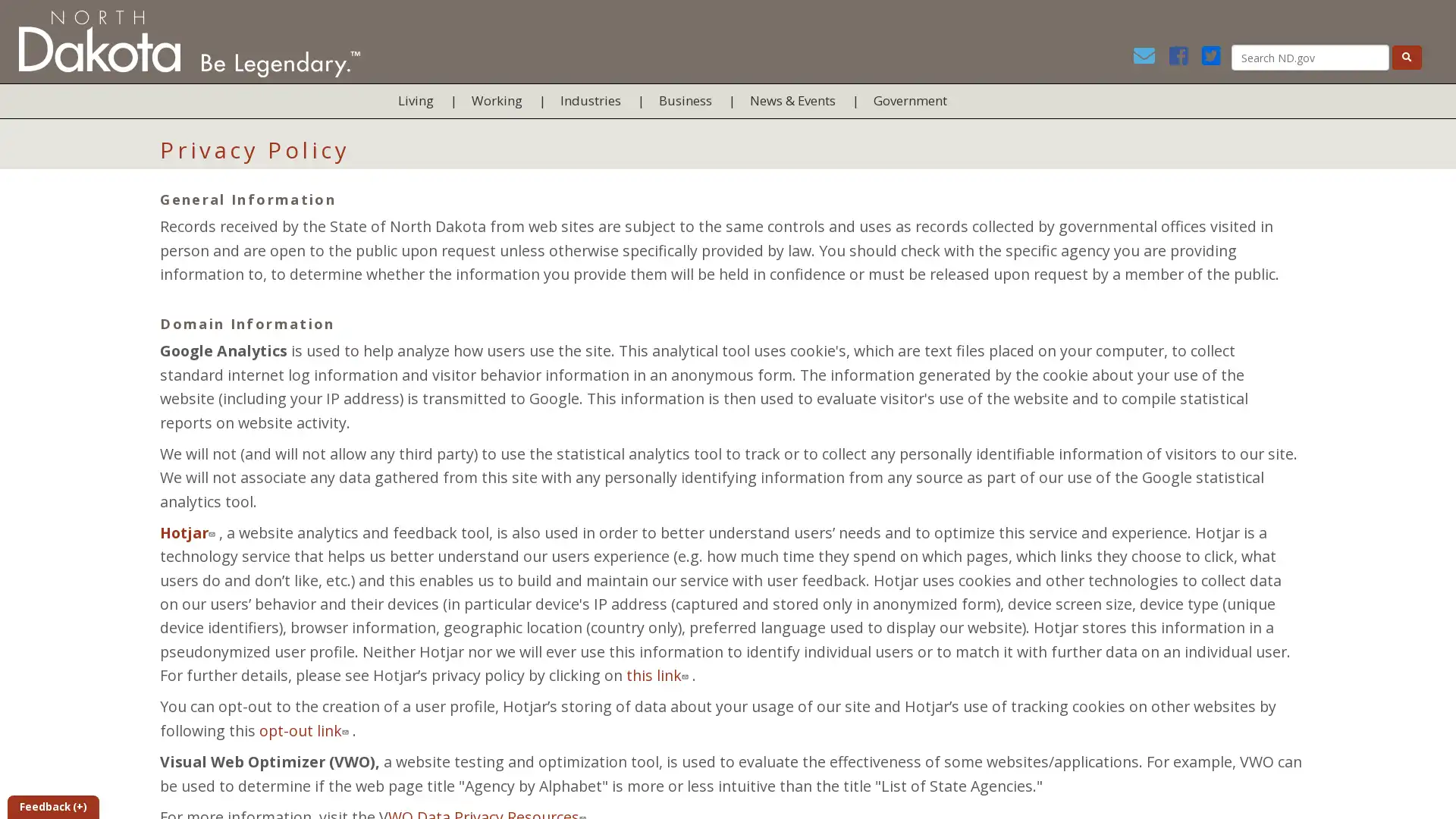 This screenshot has height=819, width=1456. I want to click on Contact Us, so click(1149, 58).